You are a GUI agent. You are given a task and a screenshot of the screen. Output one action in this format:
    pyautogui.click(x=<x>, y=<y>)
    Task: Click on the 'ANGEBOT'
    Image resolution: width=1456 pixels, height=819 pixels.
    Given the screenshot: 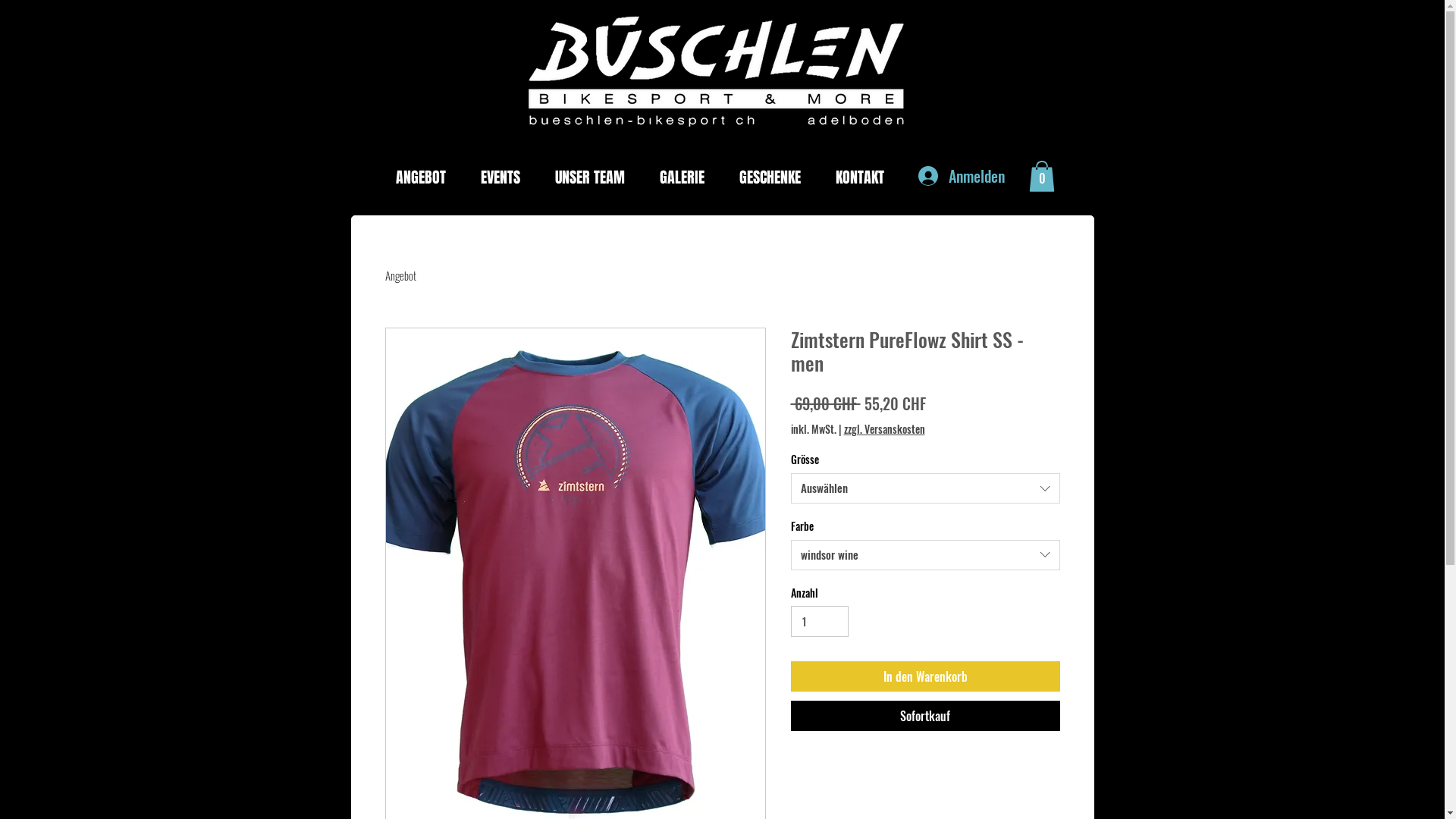 What is the action you would take?
    pyautogui.click(x=383, y=177)
    